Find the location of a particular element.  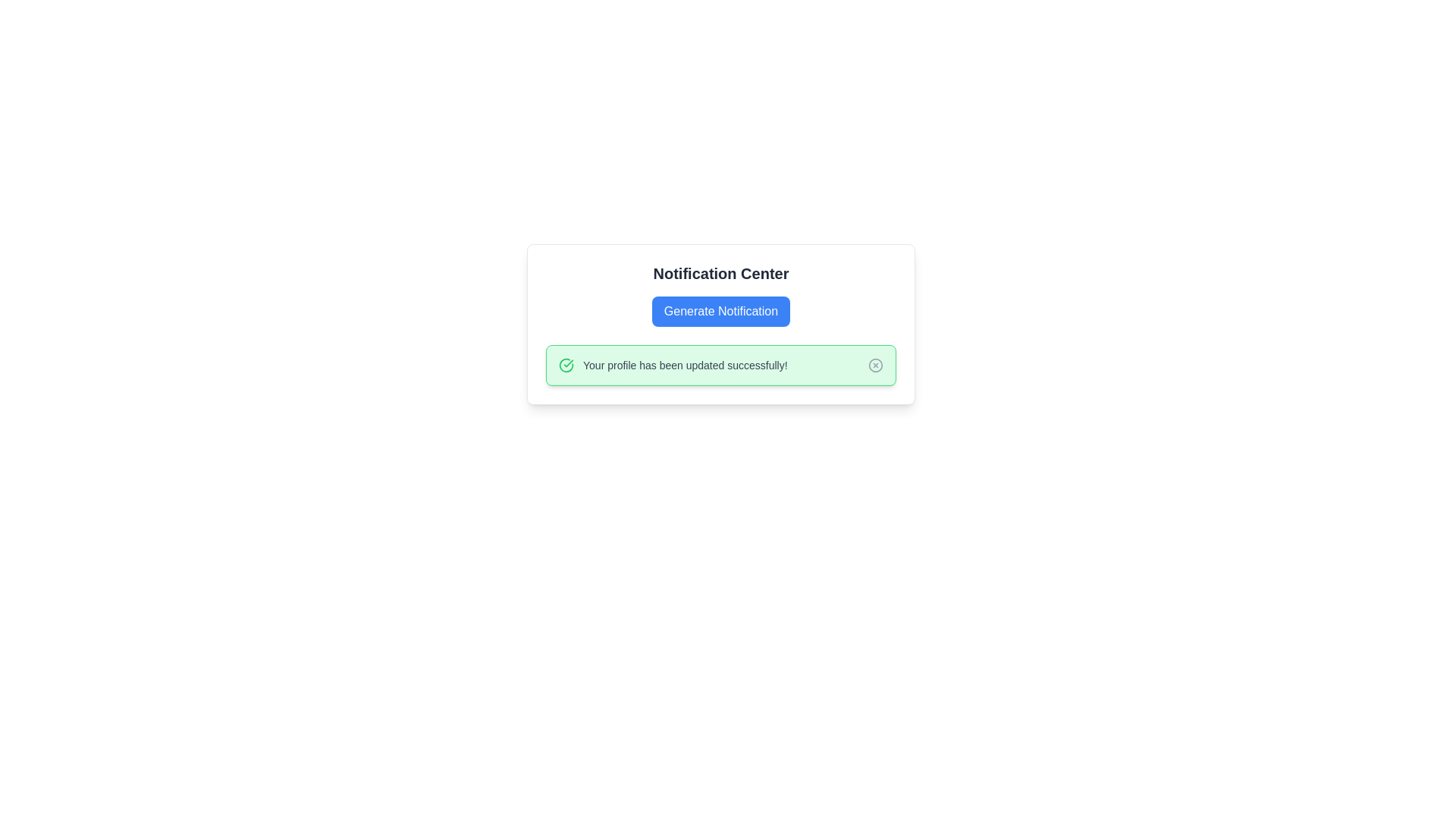

the iconified button located at the top-right corner of the green success notification box is located at coordinates (876, 366).